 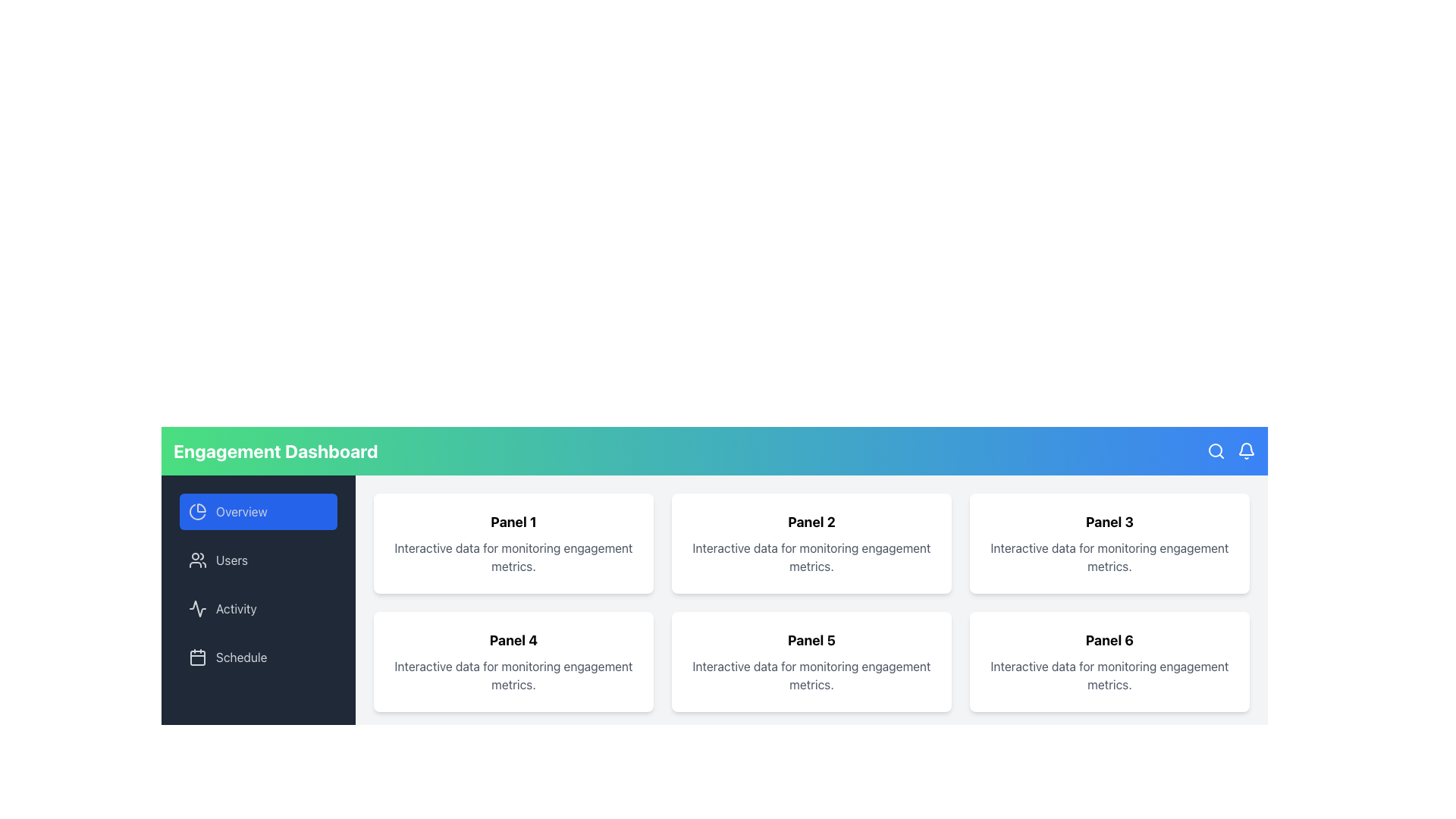 I want to click on the bold text display labeled 'Panel 3', which is prominently featured at the top of the first card in the second row of the dashboard, so click(x=1109, y=522).